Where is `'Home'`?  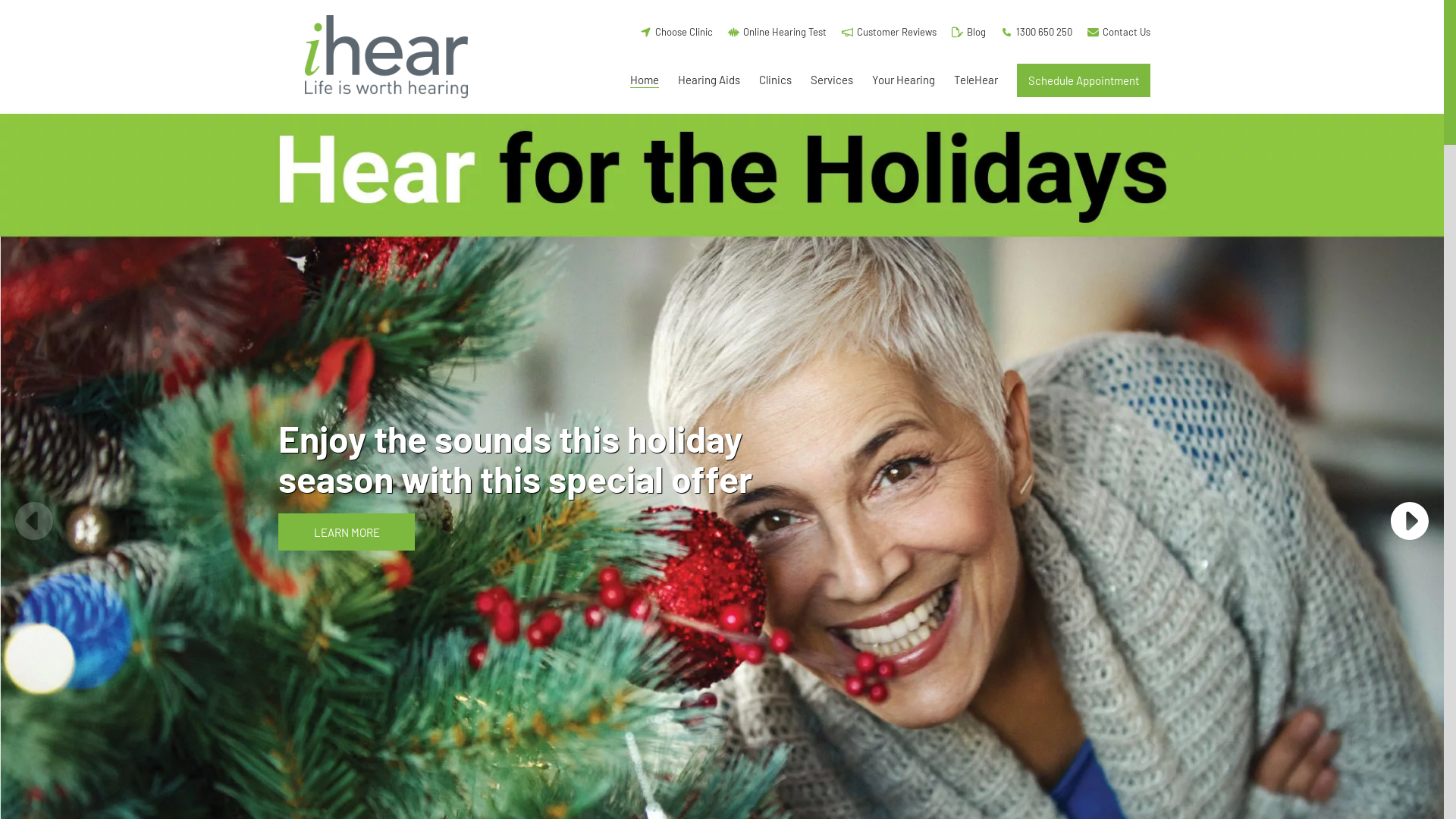 'Home' is located at coordinates (629, 80).